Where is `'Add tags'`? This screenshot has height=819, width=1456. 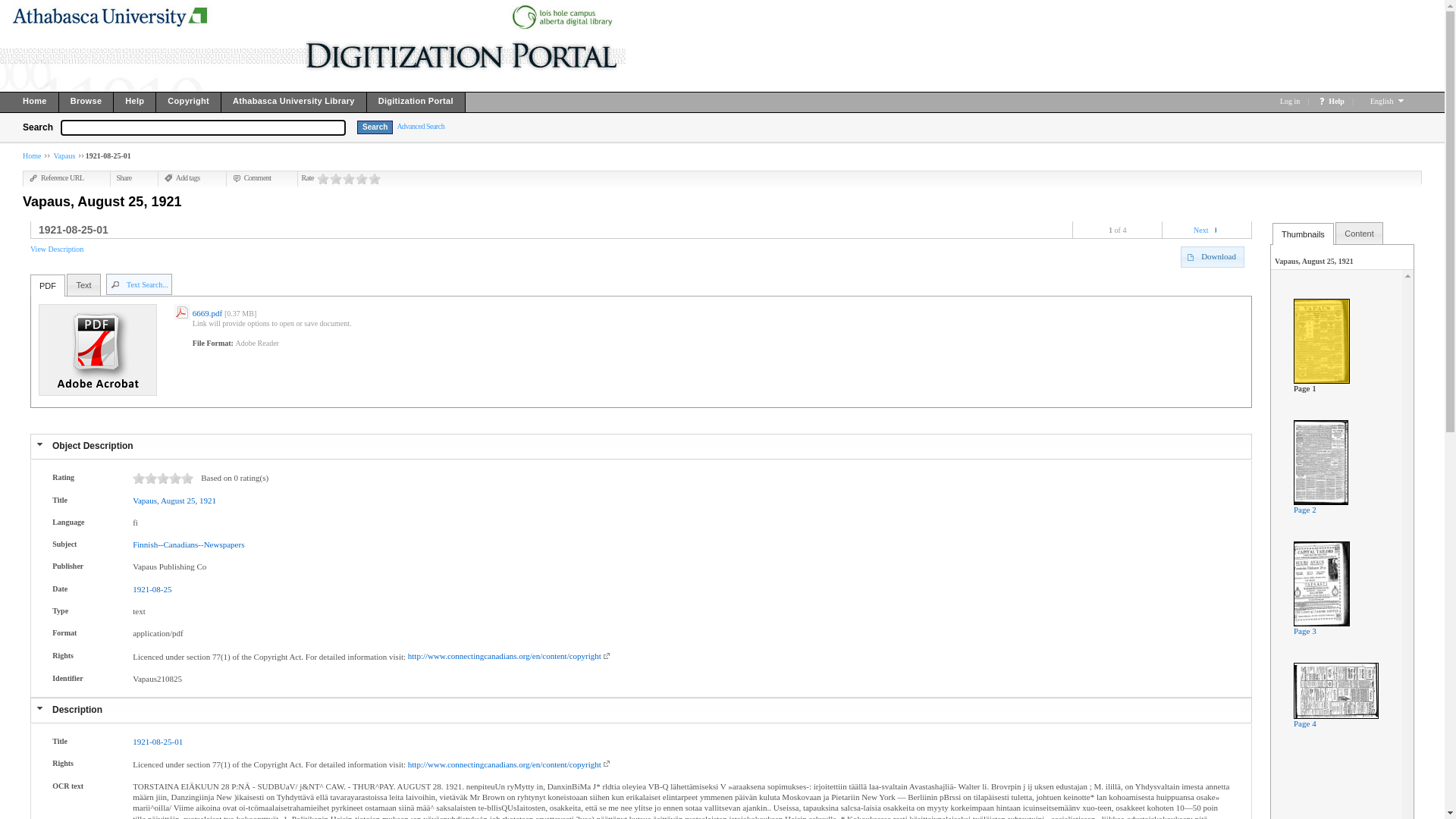
'Add tags' is located at coordinates (182, 177).